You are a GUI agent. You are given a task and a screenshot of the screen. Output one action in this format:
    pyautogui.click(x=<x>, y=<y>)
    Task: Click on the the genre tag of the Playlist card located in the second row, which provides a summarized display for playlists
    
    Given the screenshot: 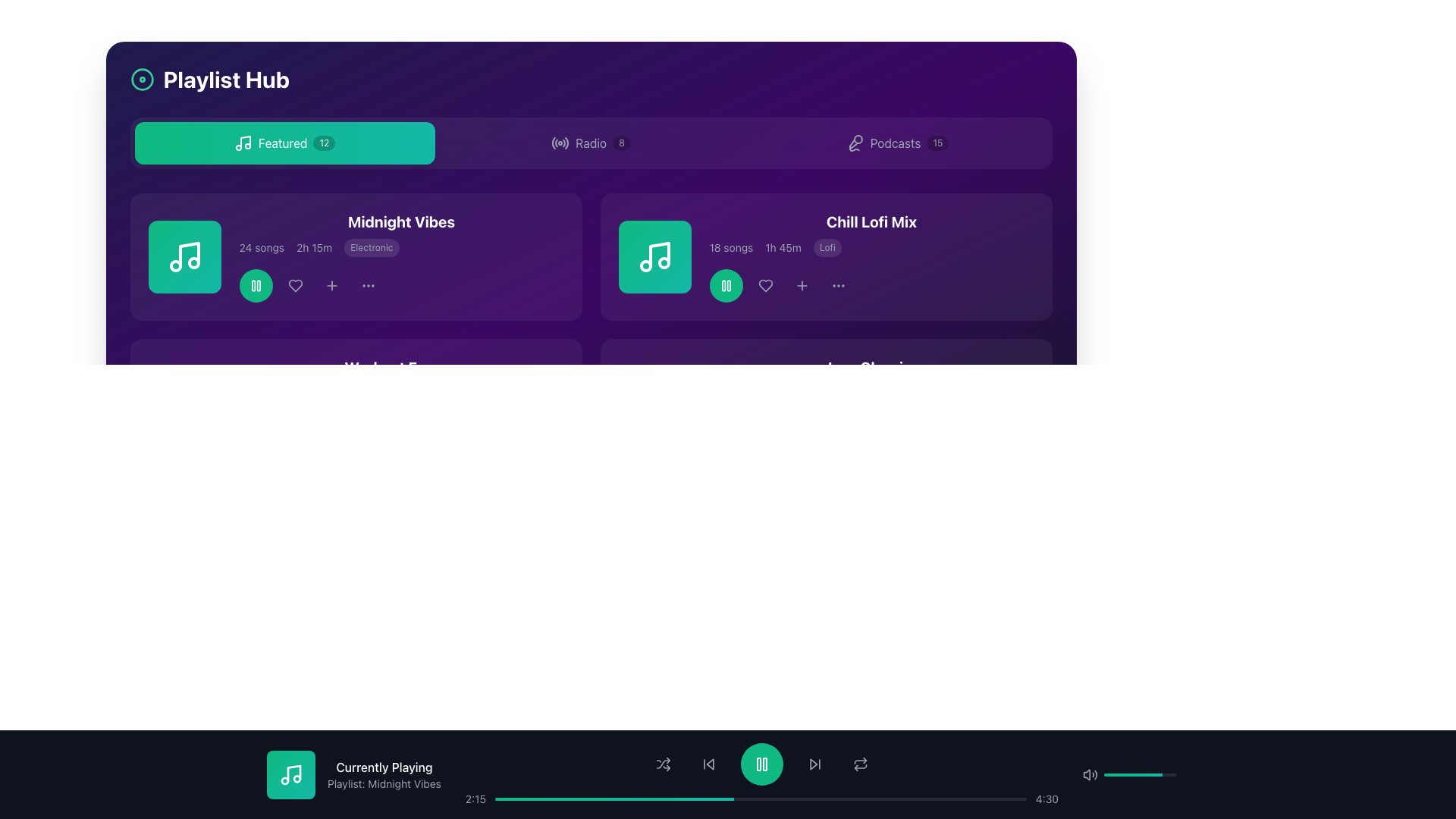 What is the action you would take?
    pyautogui.click(x=355, y=256)
    